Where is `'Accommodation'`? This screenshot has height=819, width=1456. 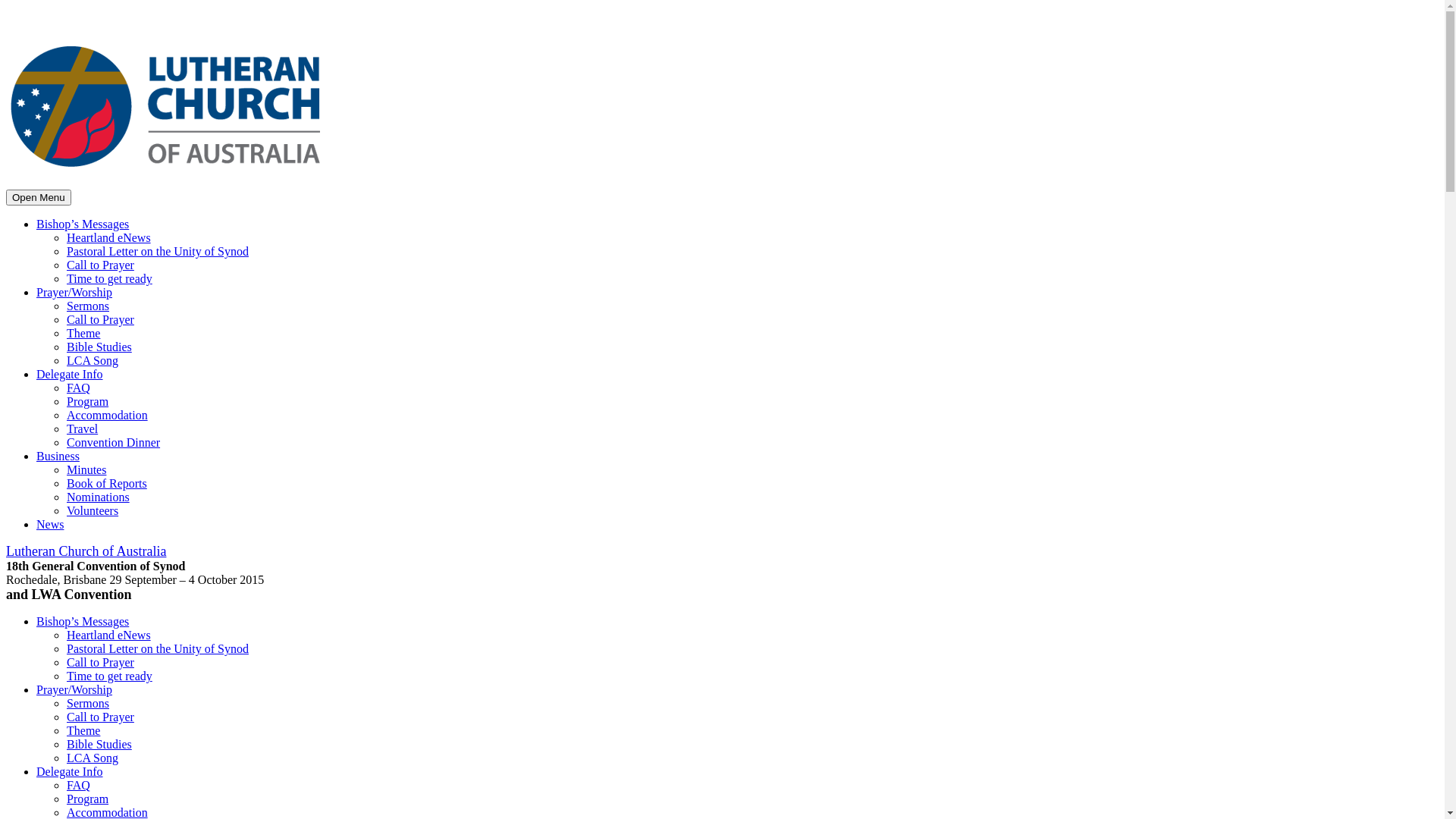
'Accommodation' is located at coordinates (65, 415).